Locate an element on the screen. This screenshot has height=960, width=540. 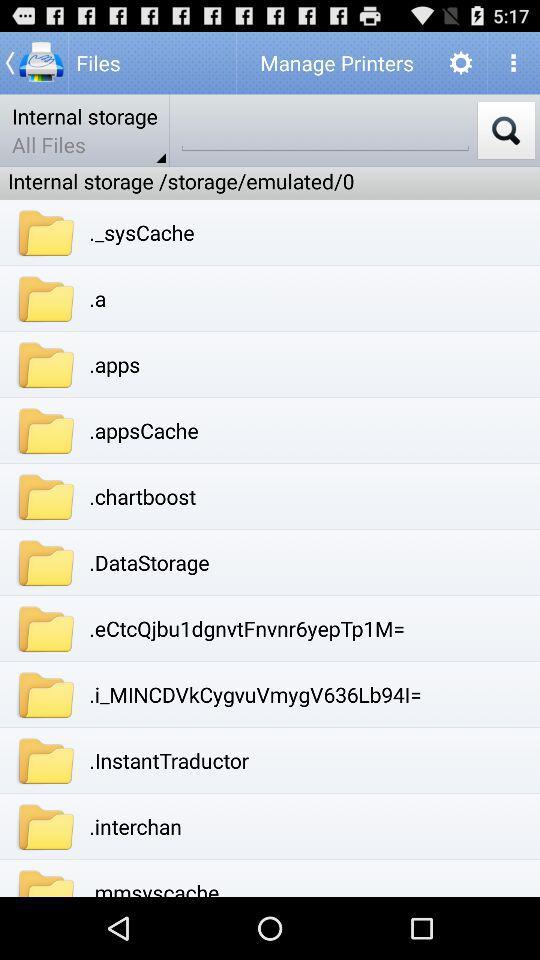
item above the .i_mincdvkcygvuvmygv636lb94i= app is located at coordinates (247, 627).